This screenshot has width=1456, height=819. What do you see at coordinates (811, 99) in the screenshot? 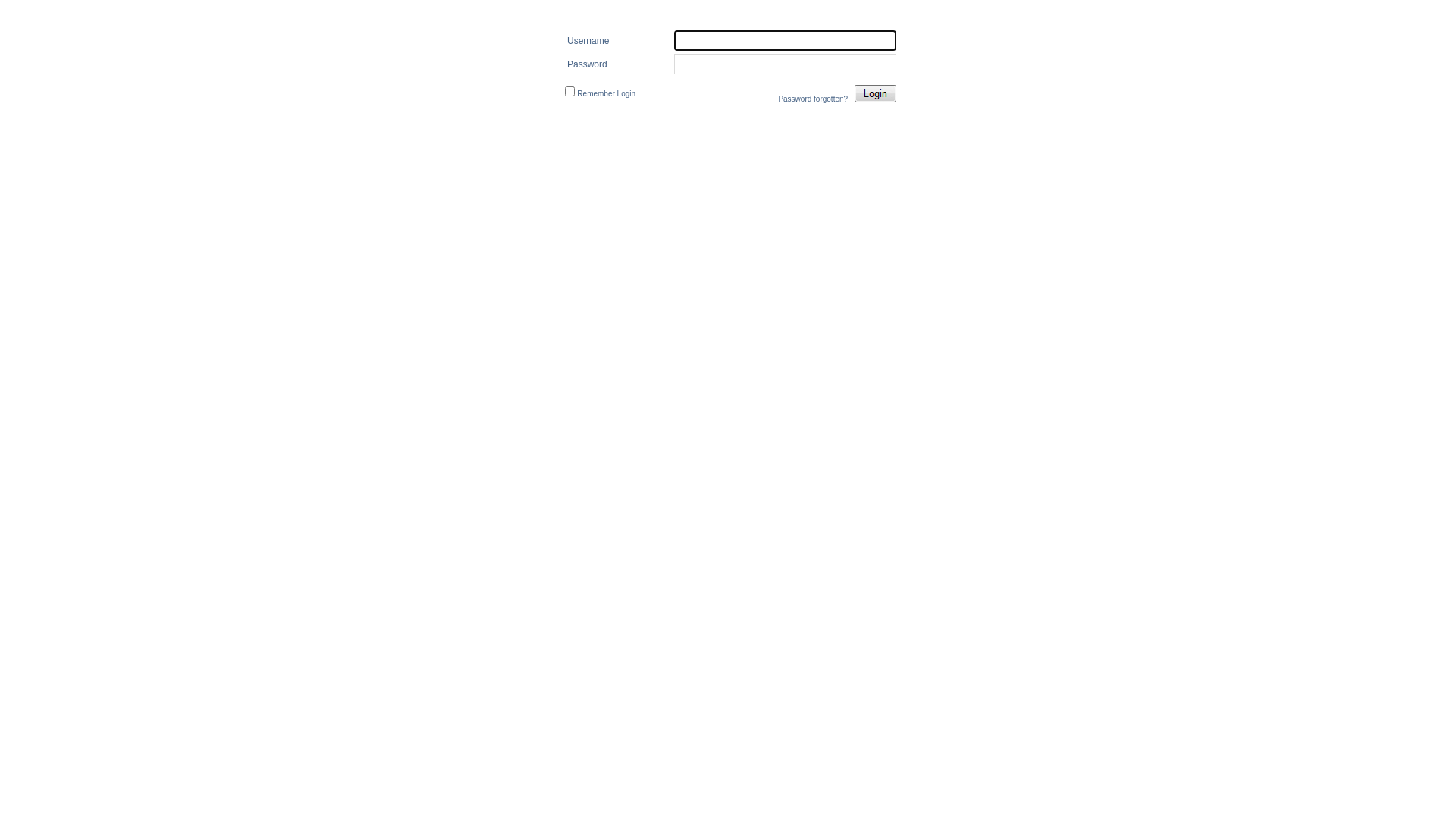
I see `'Password forgotten?'` at bounding box center [811, 99].